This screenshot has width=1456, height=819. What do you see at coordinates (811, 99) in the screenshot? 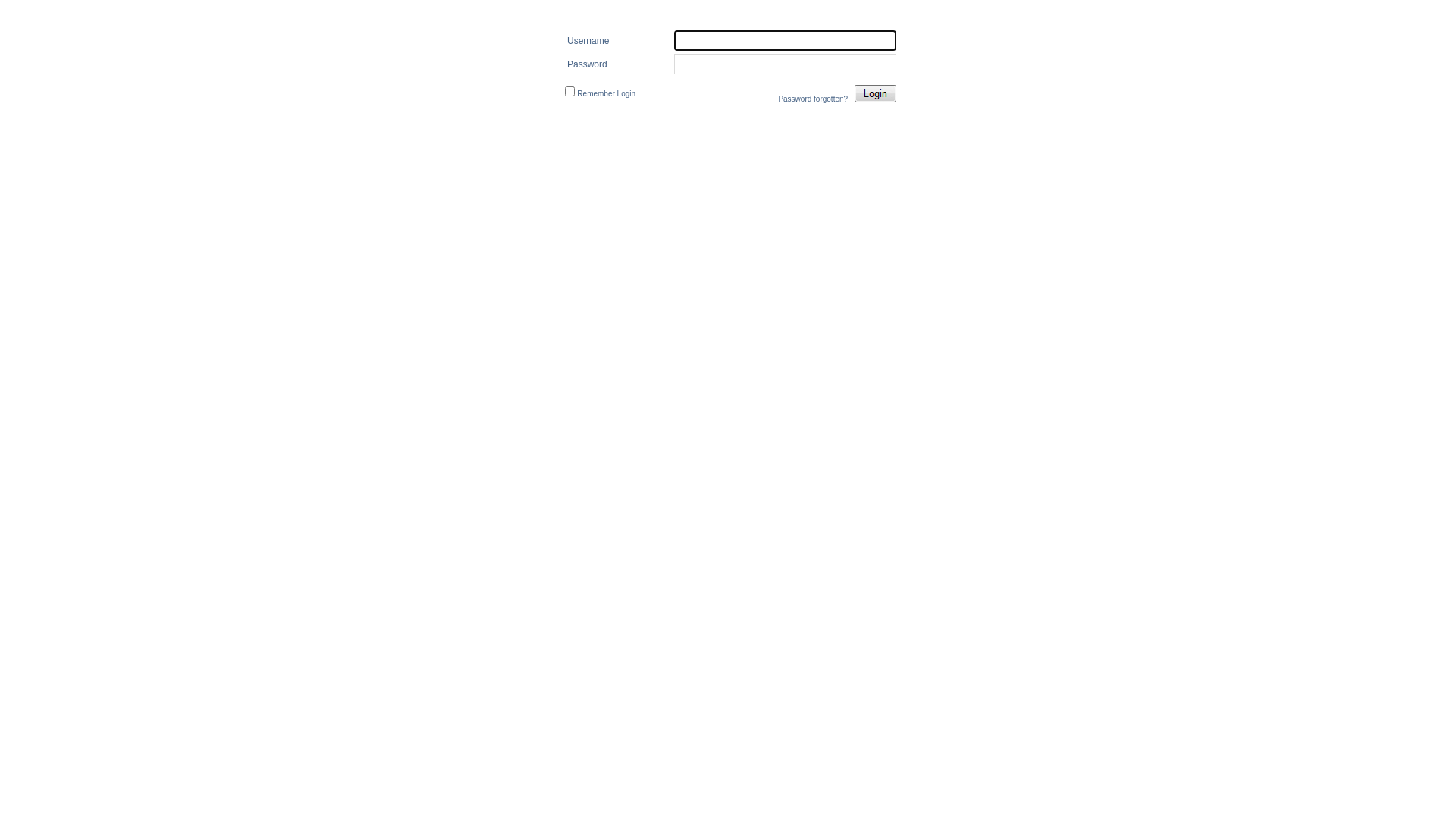
I see `'Password forgotten?'` at bounding box center [811, 99].